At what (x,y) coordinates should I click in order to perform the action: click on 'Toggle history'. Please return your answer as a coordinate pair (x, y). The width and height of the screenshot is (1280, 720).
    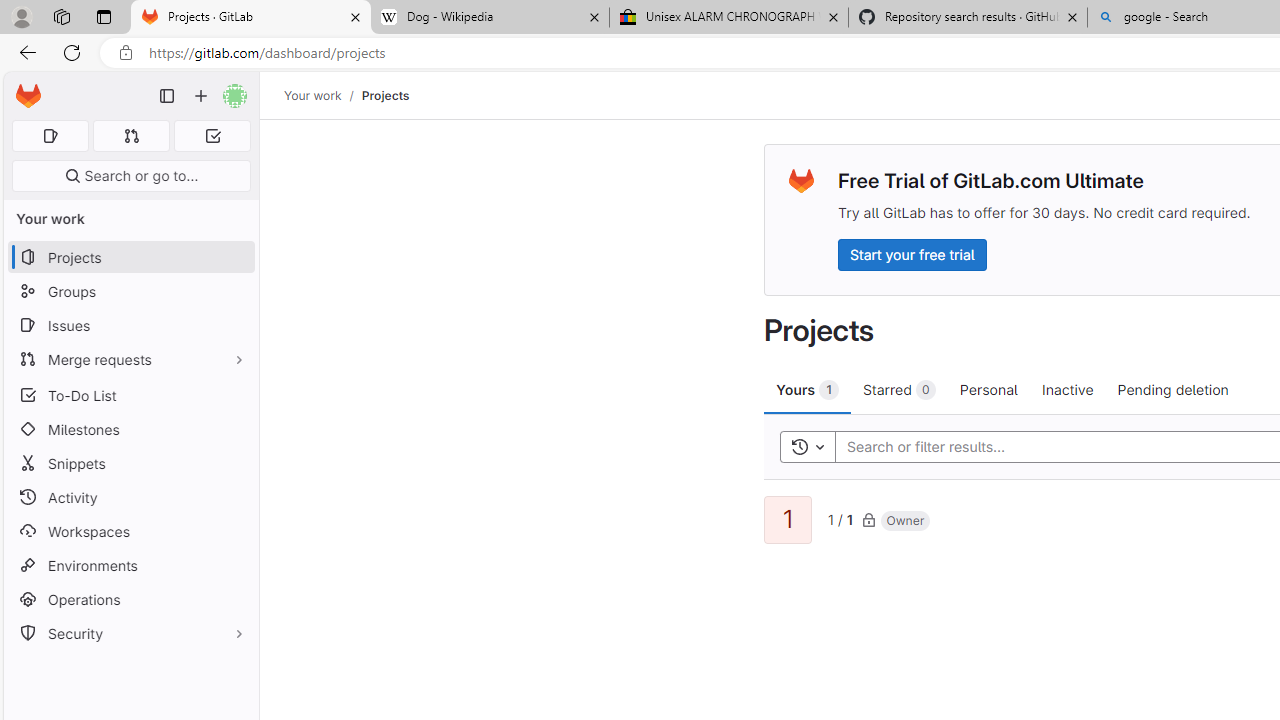
    Looking at the image, I should click on (807, 445).